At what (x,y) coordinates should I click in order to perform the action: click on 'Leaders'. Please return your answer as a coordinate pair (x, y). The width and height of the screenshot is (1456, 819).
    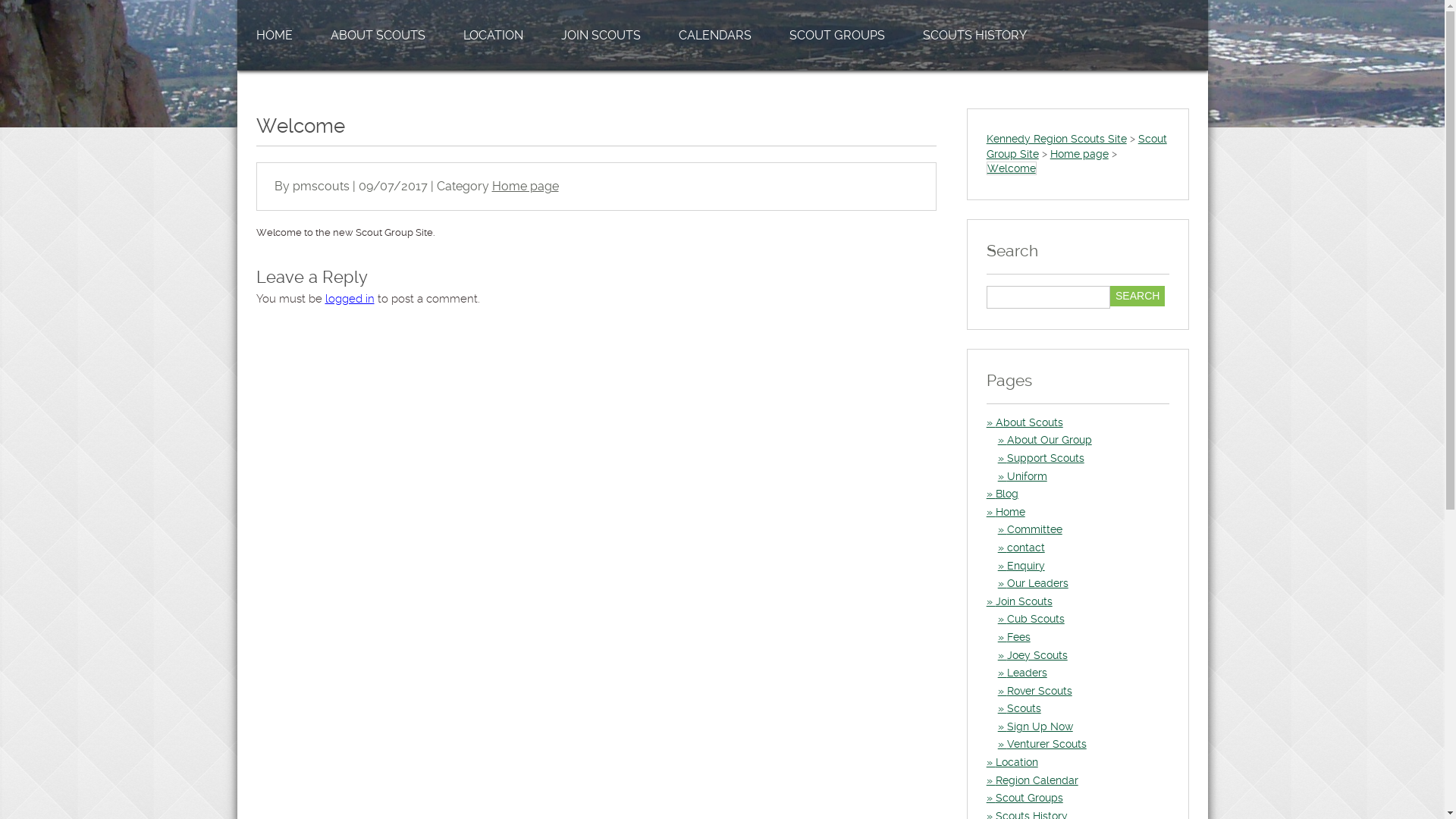
    Looking at the image, I should click on (1022, 672).